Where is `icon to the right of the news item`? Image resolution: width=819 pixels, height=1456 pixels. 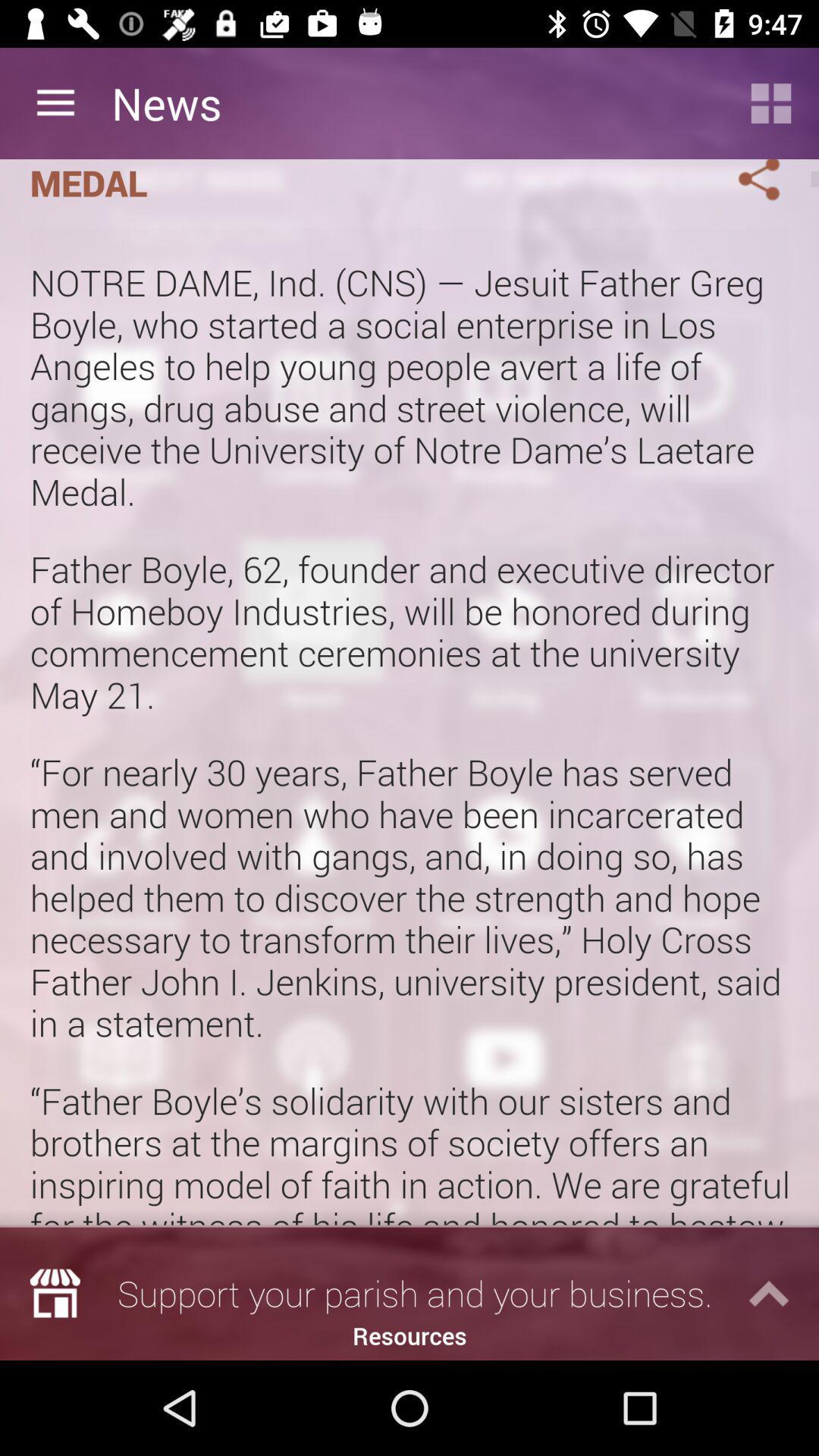
icon to the right of the news item is located at coordinates (771, 102).